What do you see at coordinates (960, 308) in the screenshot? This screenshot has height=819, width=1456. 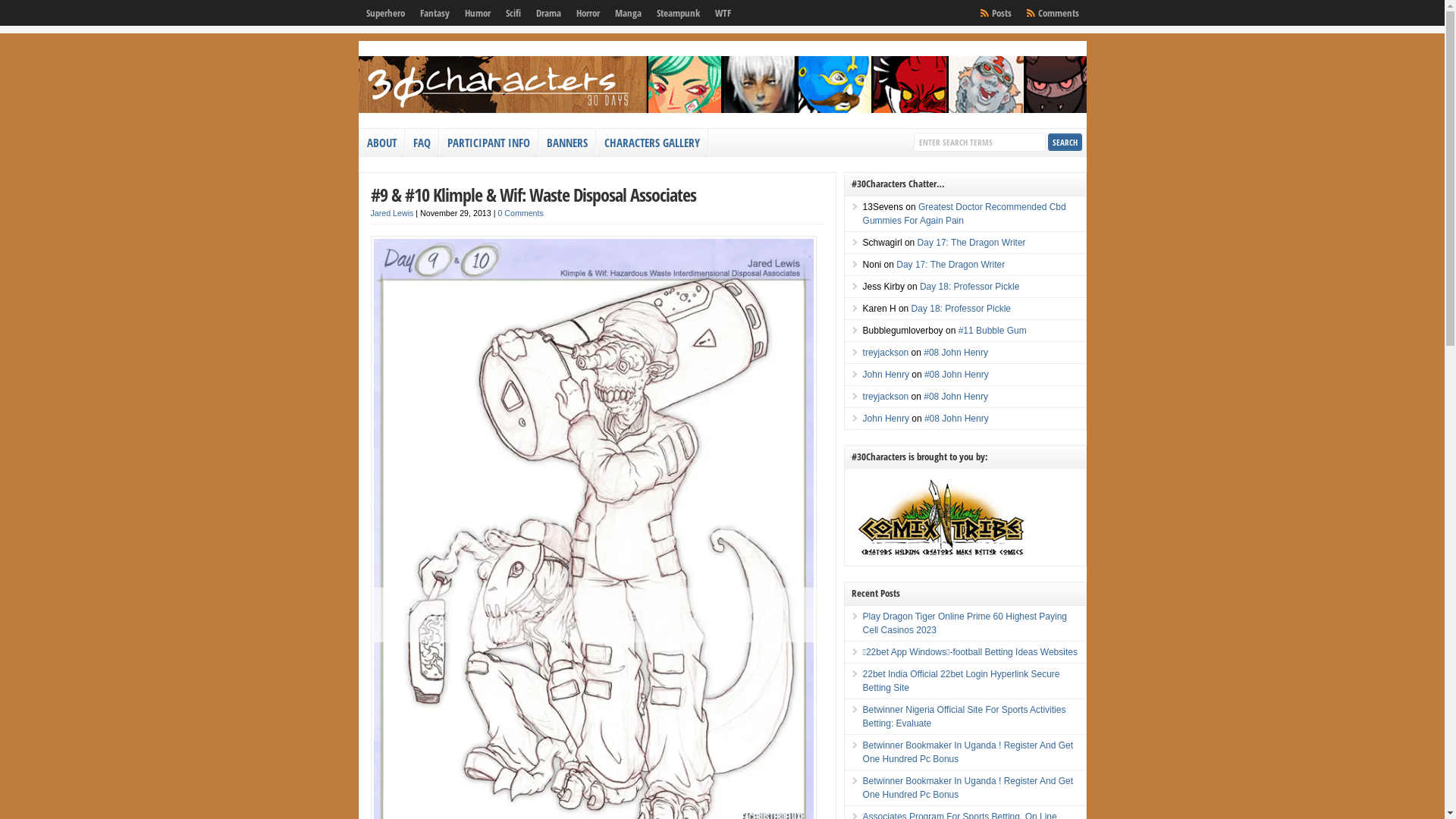 I see `'Day 18: Professor Pickle'` at bounding box center [960, 308].